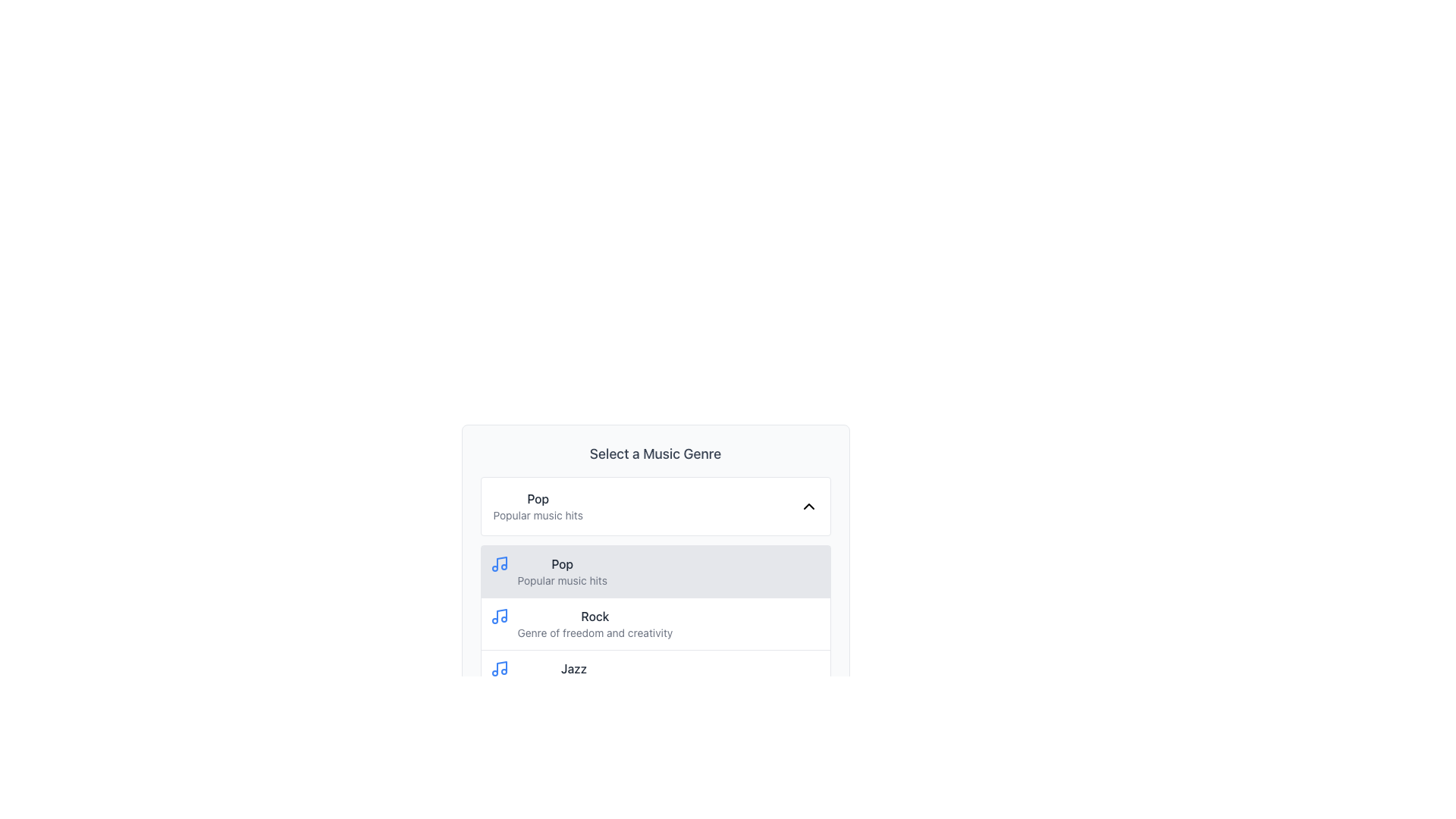 The height and width of the screenshot is (819, 1456). What do you see at coordinates (594, 623) in the screenshot?
I see `the 'Rock' genre list item in the dropdown panel titled 'Select a Music Genre'` at bounding box center [594, 623].